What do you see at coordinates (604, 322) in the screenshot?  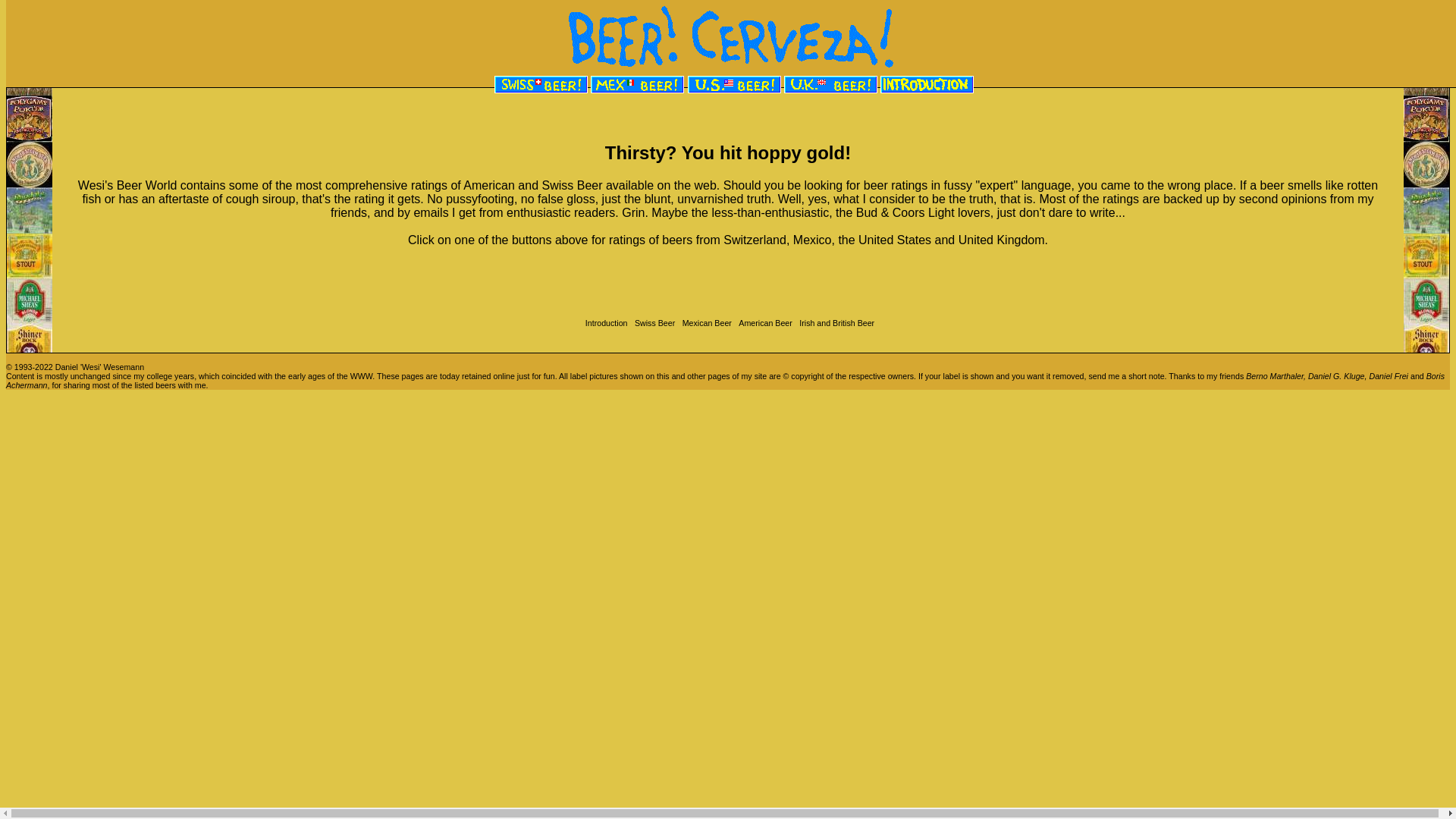 I see `'Introduction'` at bounding box center [604, 322].